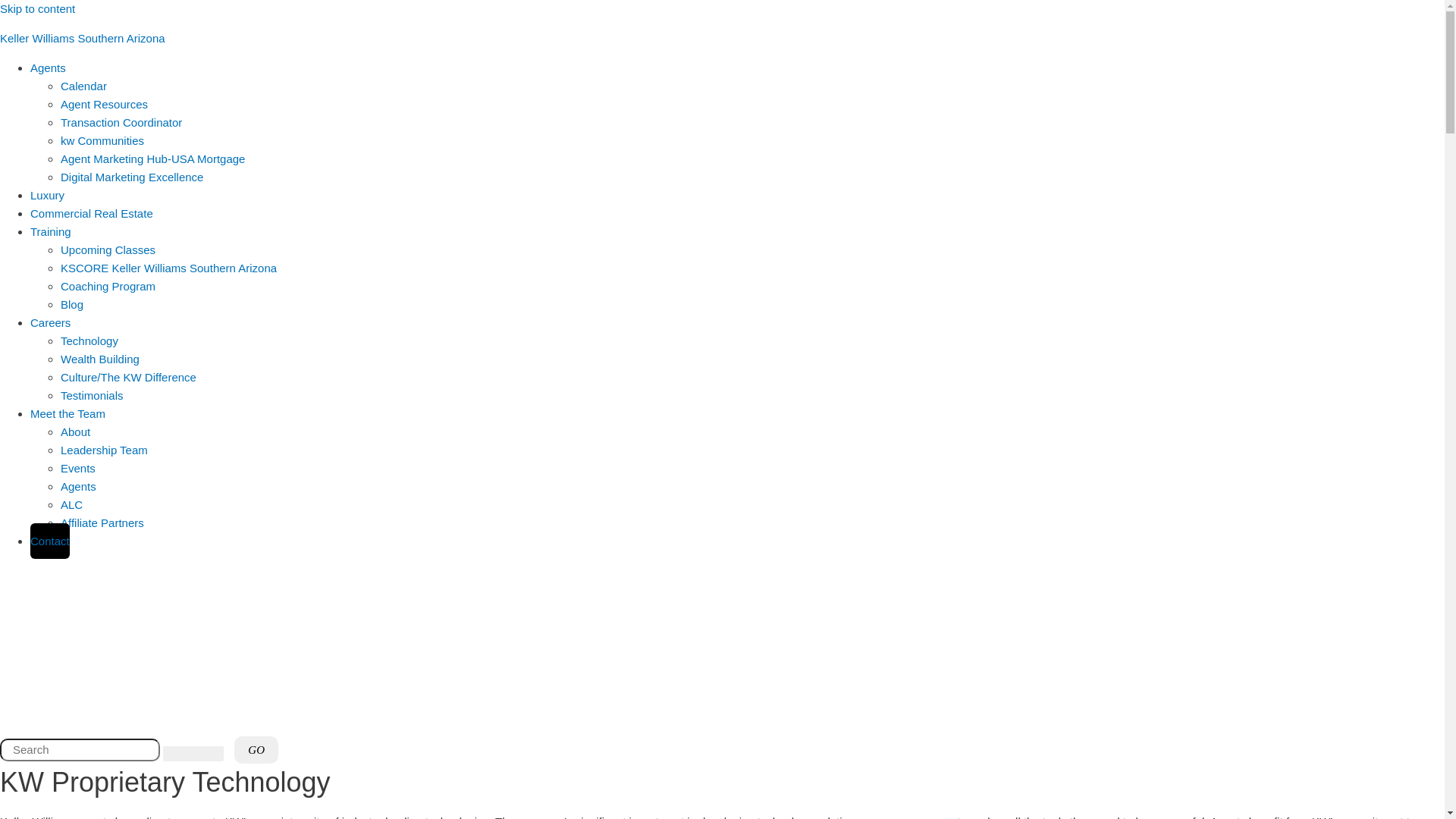  Describe the element at coordinates (47, 194) in the screenshot. I see `'Luxury'` at that location.